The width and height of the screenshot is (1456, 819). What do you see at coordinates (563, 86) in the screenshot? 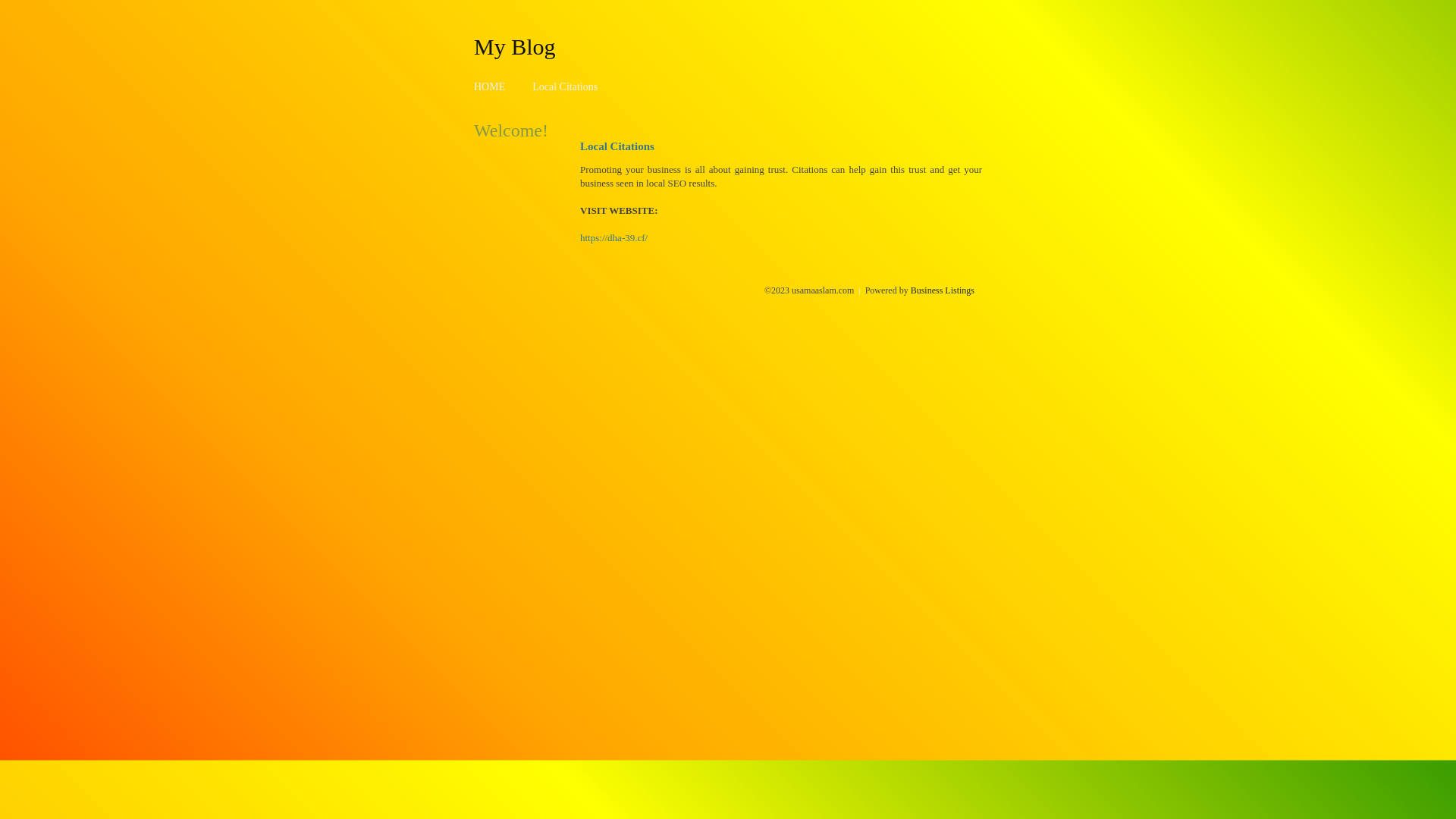
I see `'Local Citations'` at bounding box center [563, 86].